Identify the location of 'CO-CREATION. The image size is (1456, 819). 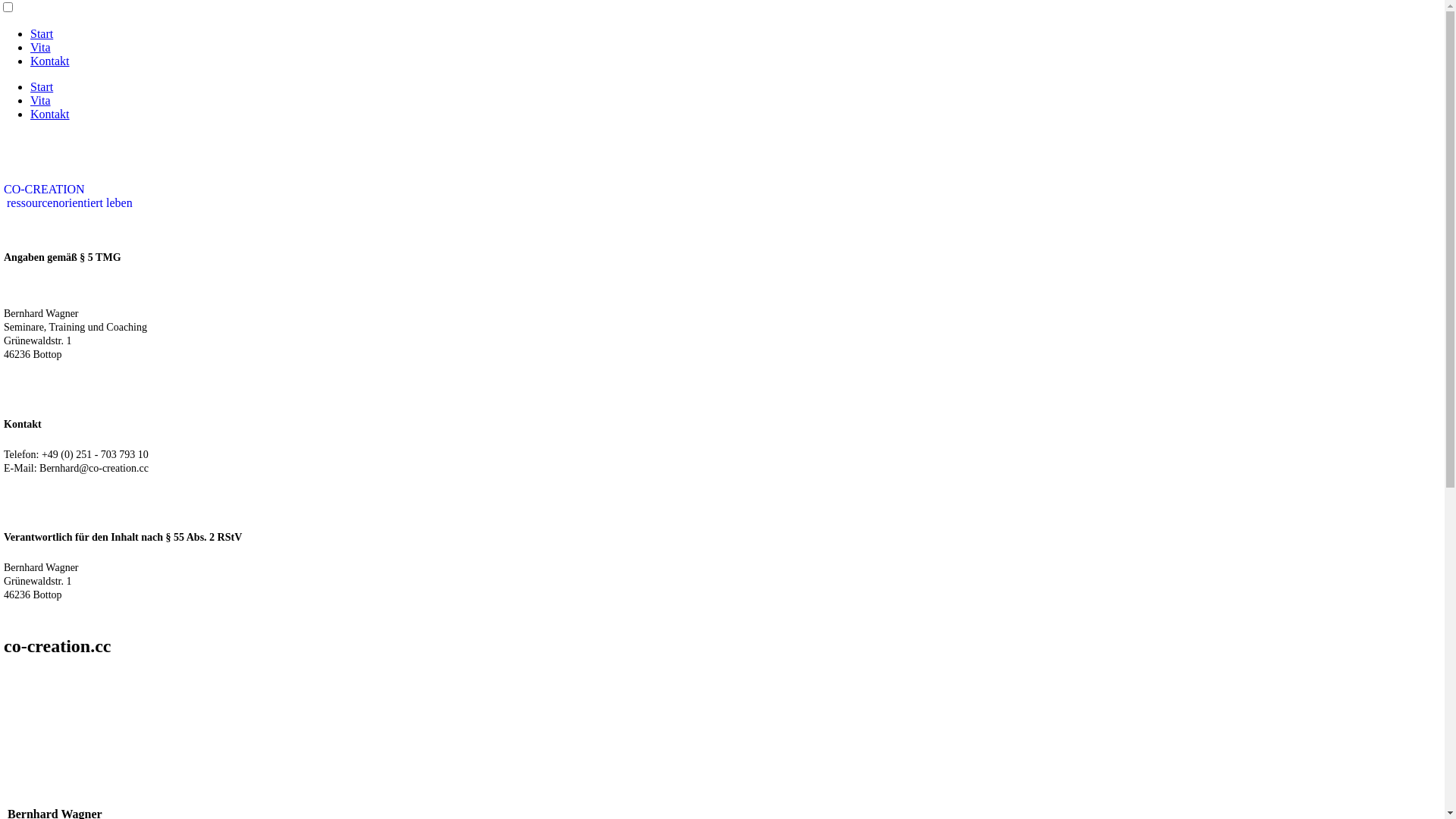
(67, 195).